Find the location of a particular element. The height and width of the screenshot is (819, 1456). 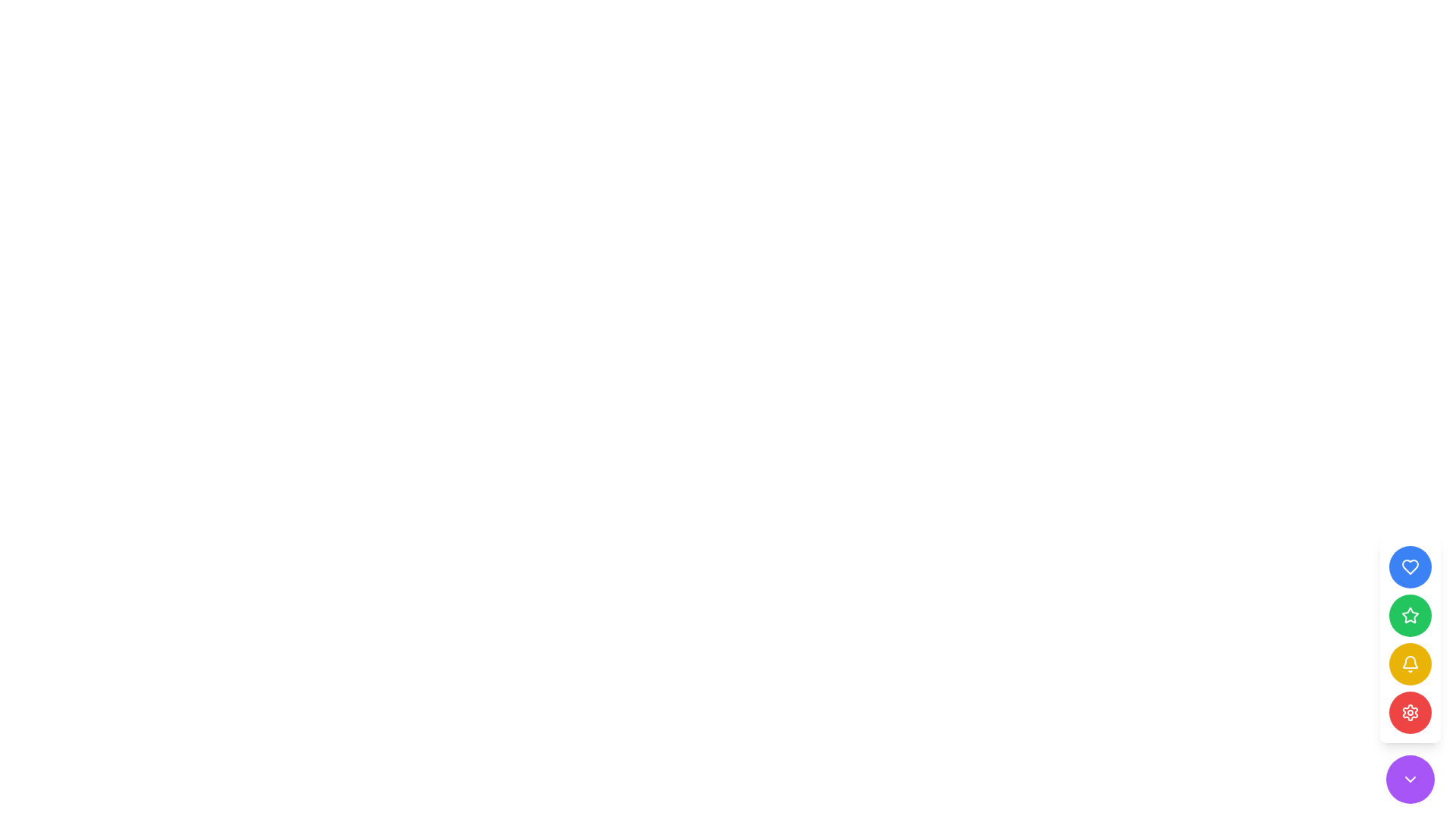

the notification button located in the bottom-right corner, directly below the green star button and above the red gear button is located at coordinates (1410, 640).